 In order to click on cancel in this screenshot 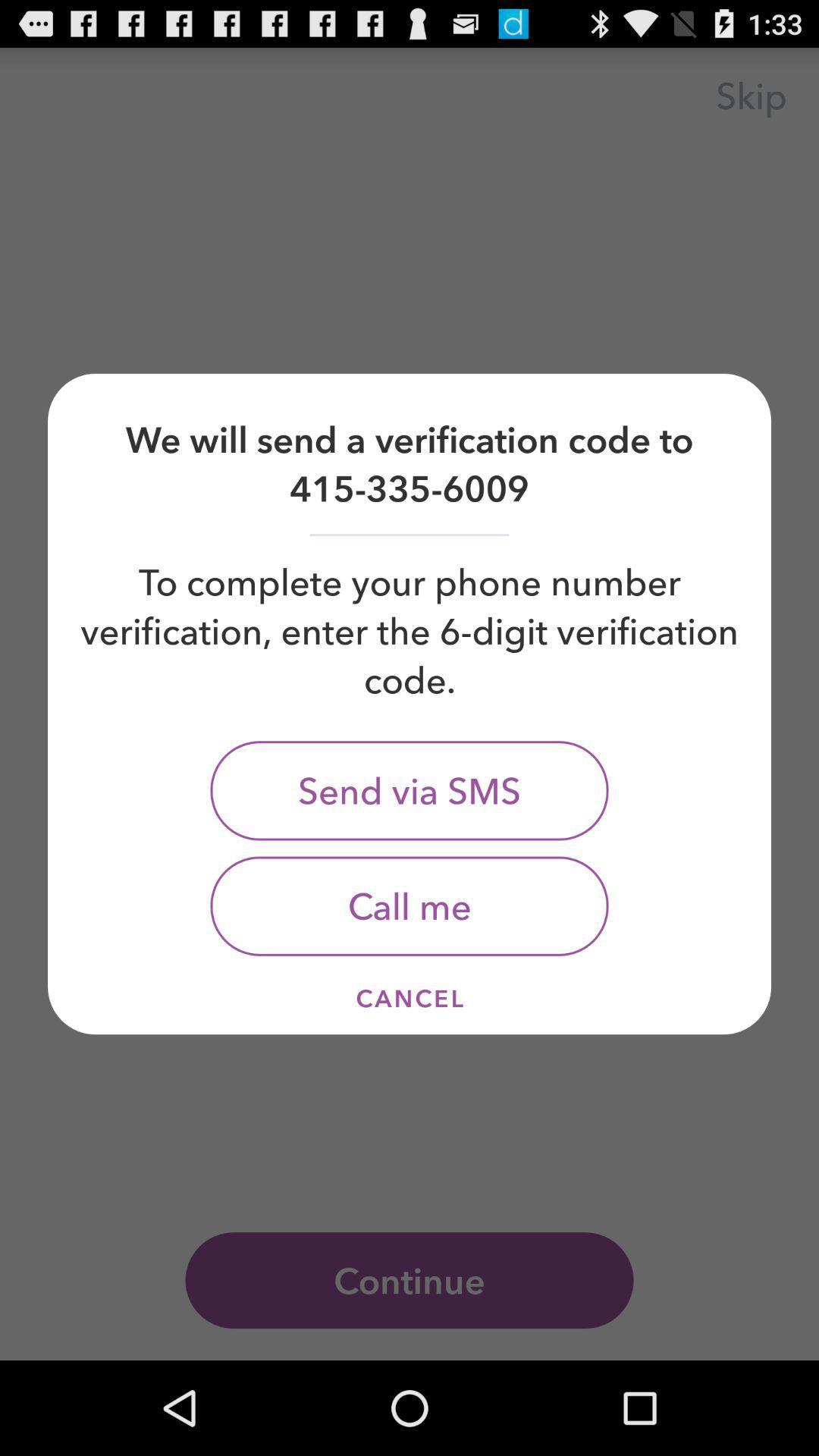, I will do `click(409, 998)`.